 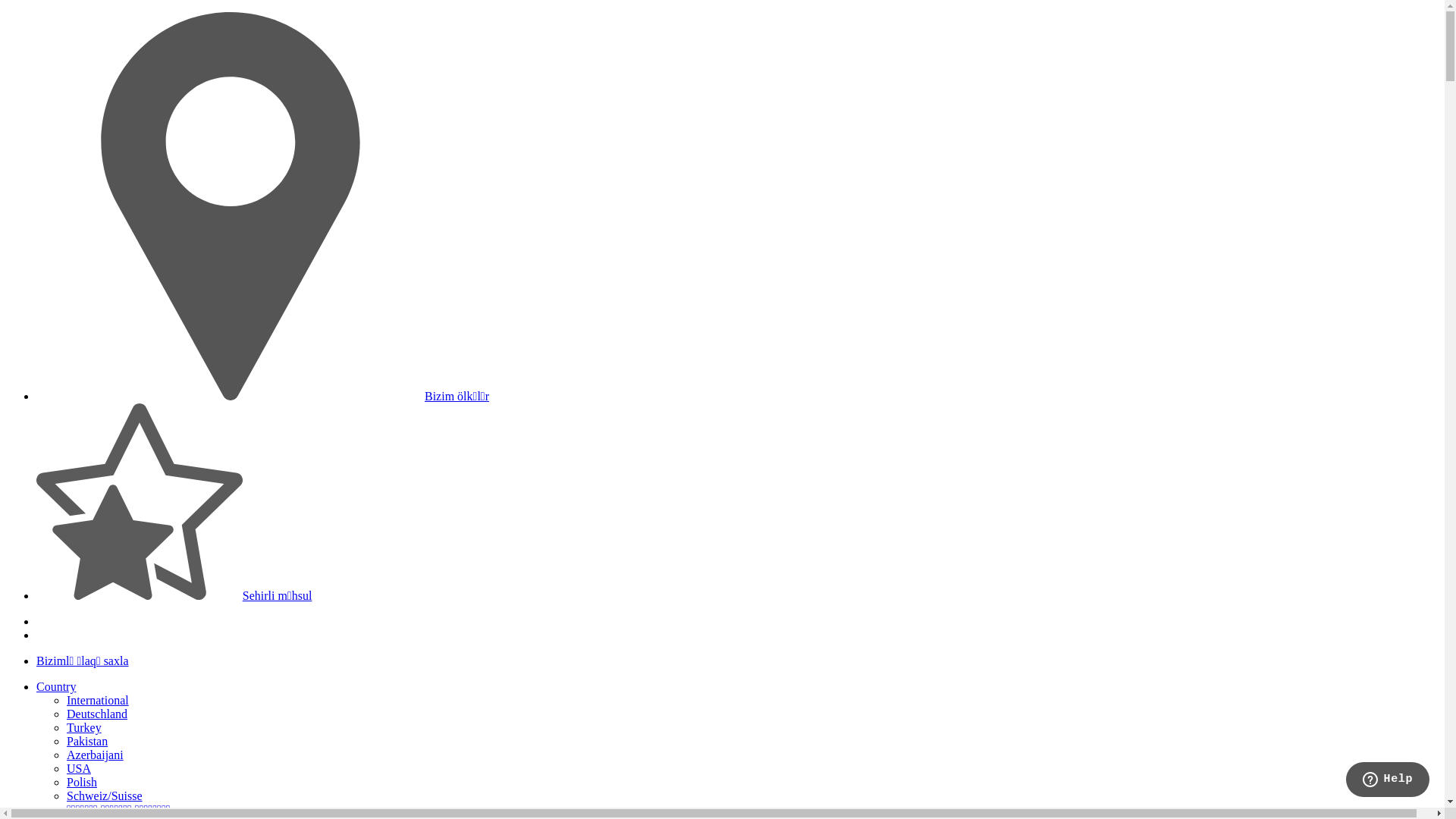 What do you see at coordinates (78, 768) in the screenshot?
I see `'USA'` at bounding box center [78, 768].